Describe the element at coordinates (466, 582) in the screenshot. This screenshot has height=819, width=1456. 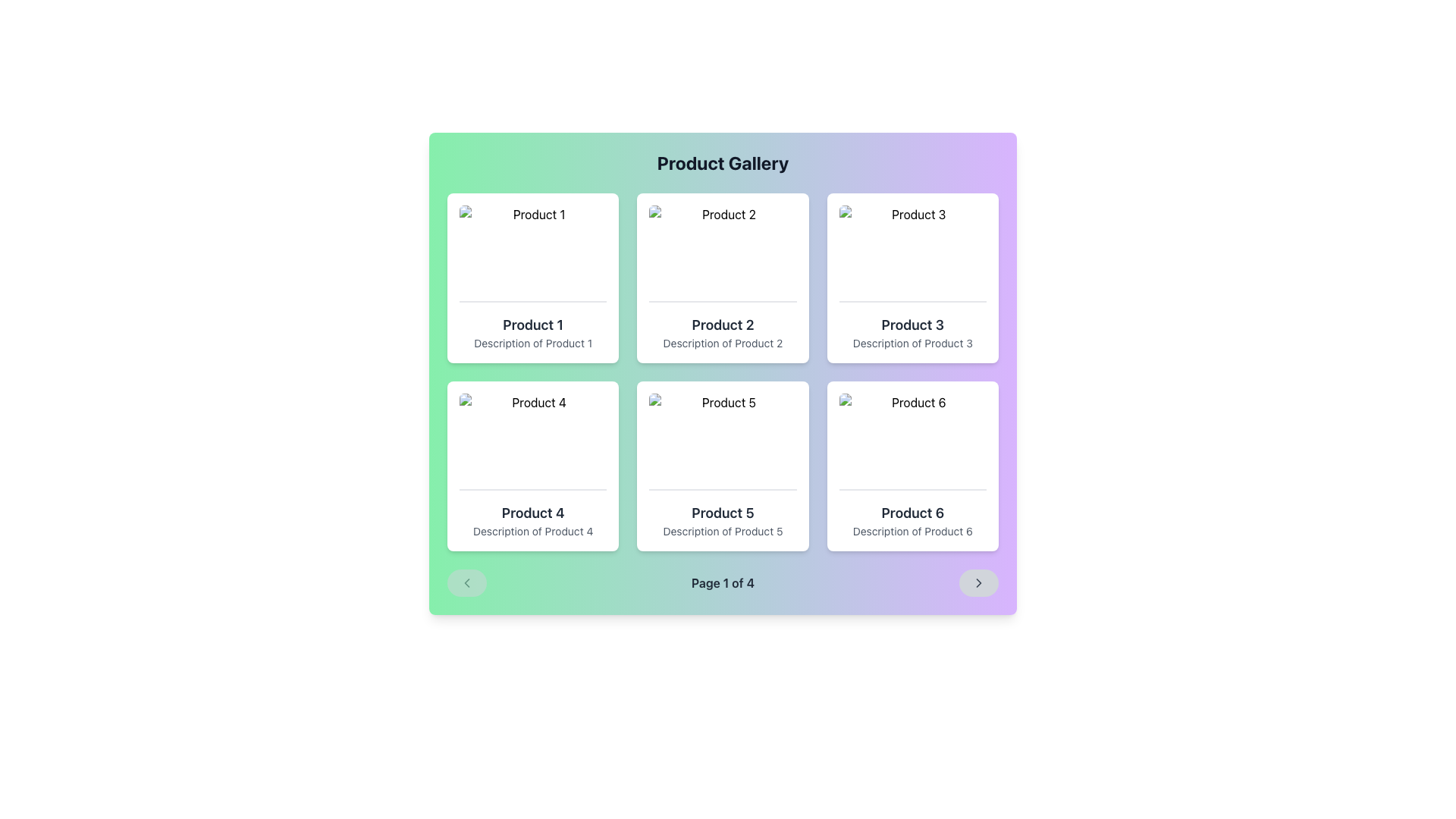
I see `the navigation icon located at the bottom-left corner of the interface` at that location.